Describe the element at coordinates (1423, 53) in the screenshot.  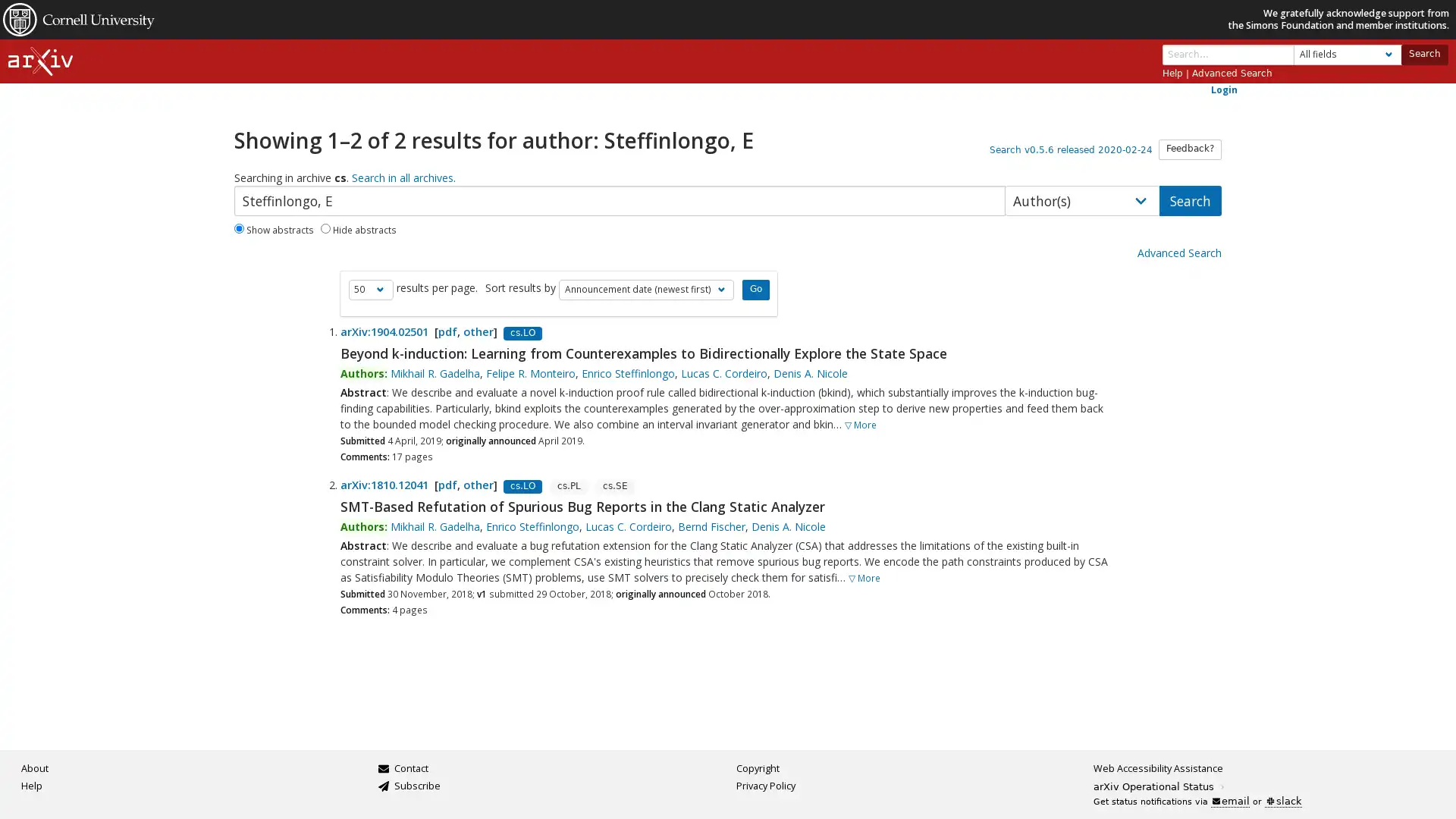
I see `Search` at that location.